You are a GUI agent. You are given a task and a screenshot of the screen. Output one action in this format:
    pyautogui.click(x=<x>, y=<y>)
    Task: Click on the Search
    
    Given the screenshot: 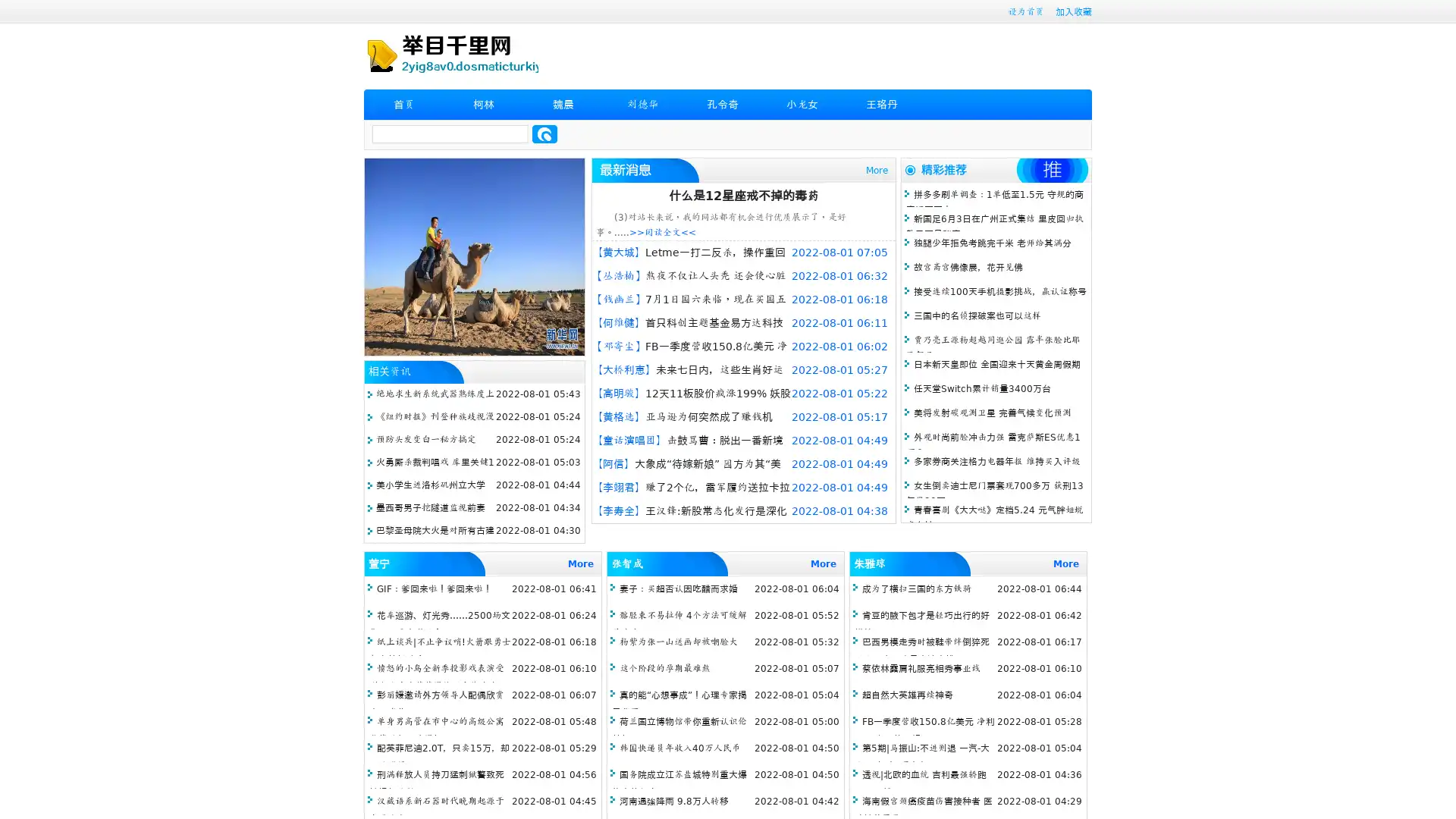 What is the action you would take?
    pyautogui.click(x=544, y=133)
    